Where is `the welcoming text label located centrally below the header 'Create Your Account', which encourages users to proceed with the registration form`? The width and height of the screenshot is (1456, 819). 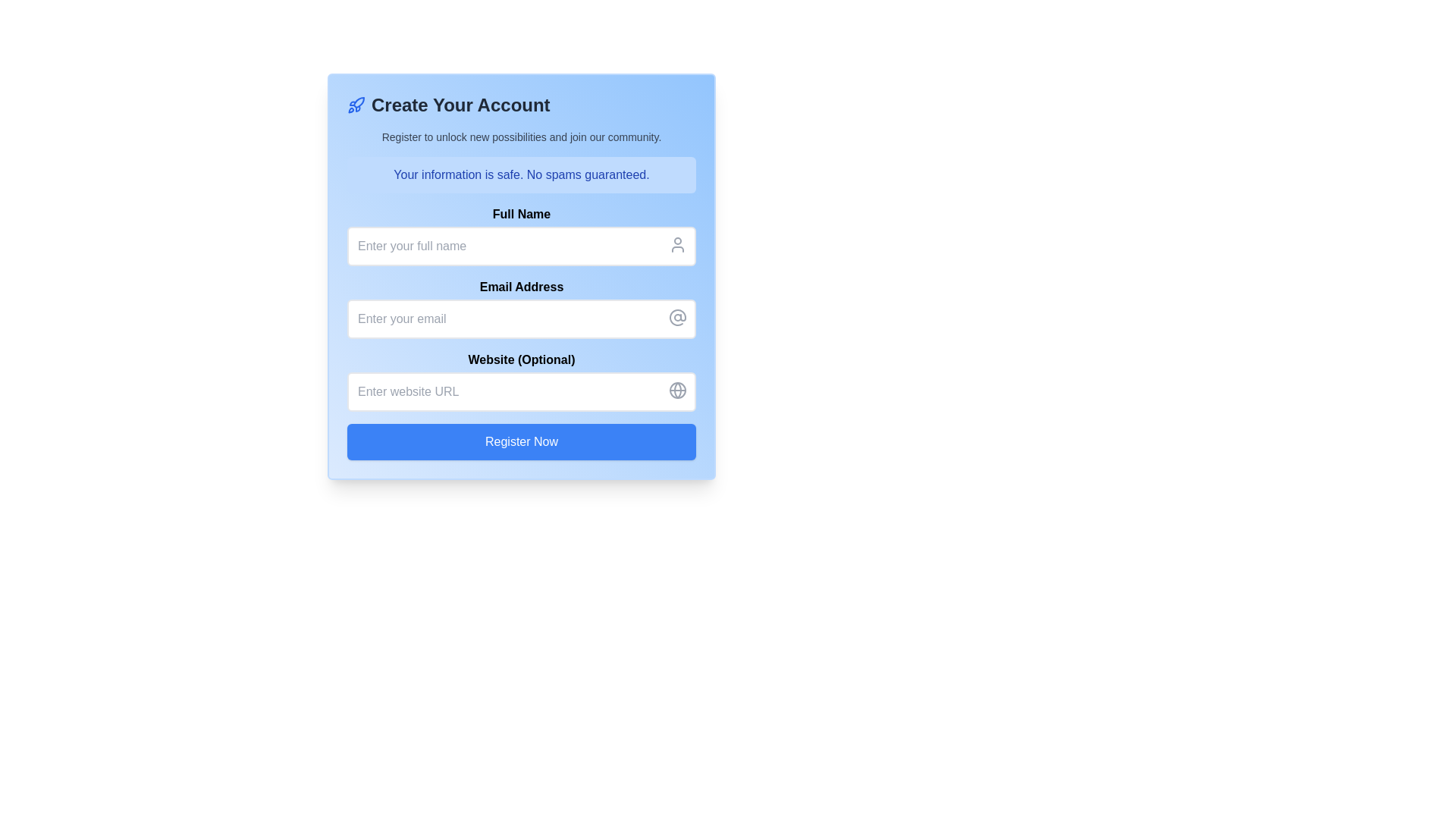
the welcoming text label located centrally below the header 'Create Your Account', which encourages users to proceed with the registration form is located at coordinates (521, 137).